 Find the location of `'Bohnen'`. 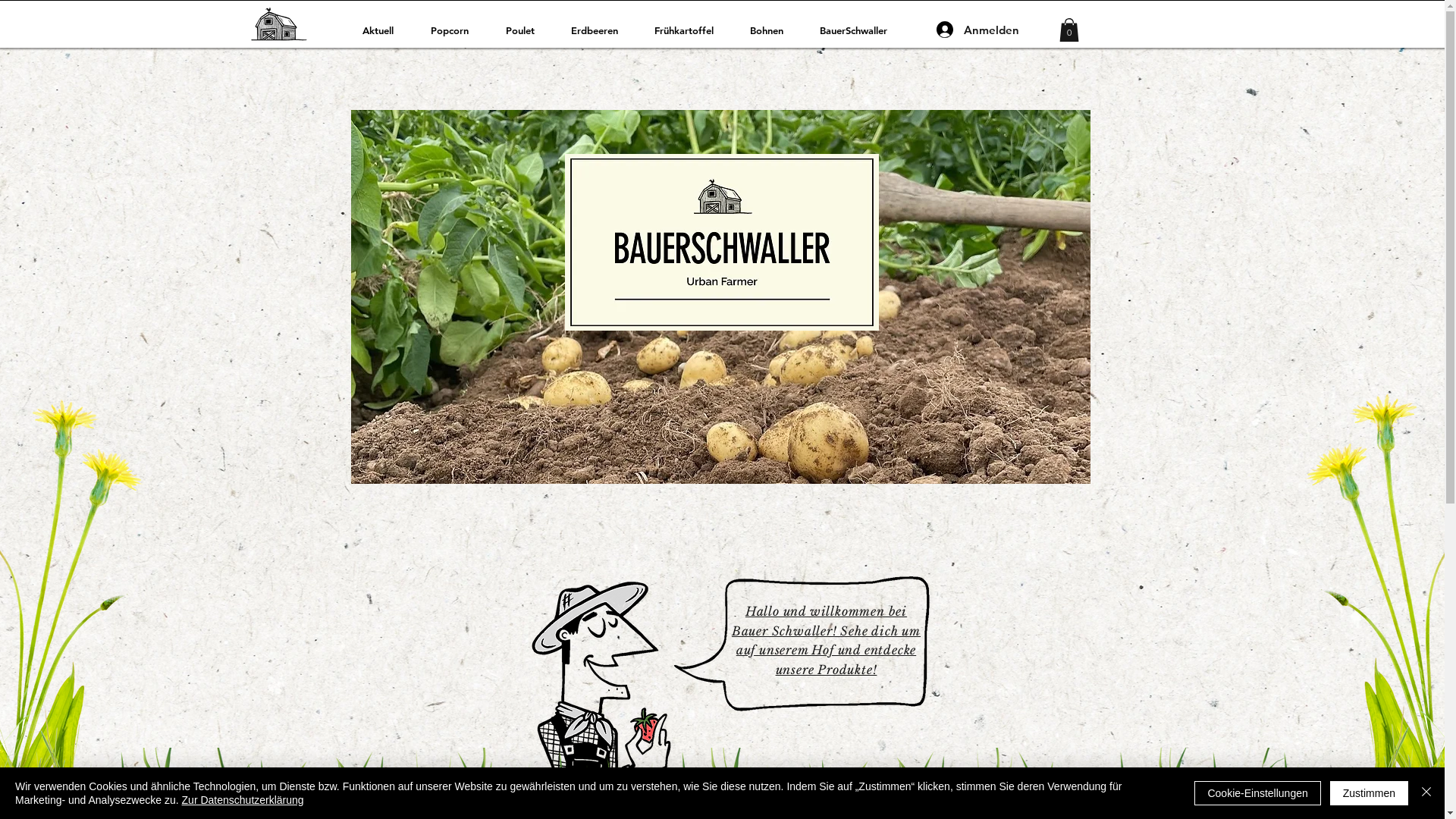

'Bohnen' is located at coordinates (773, 30).